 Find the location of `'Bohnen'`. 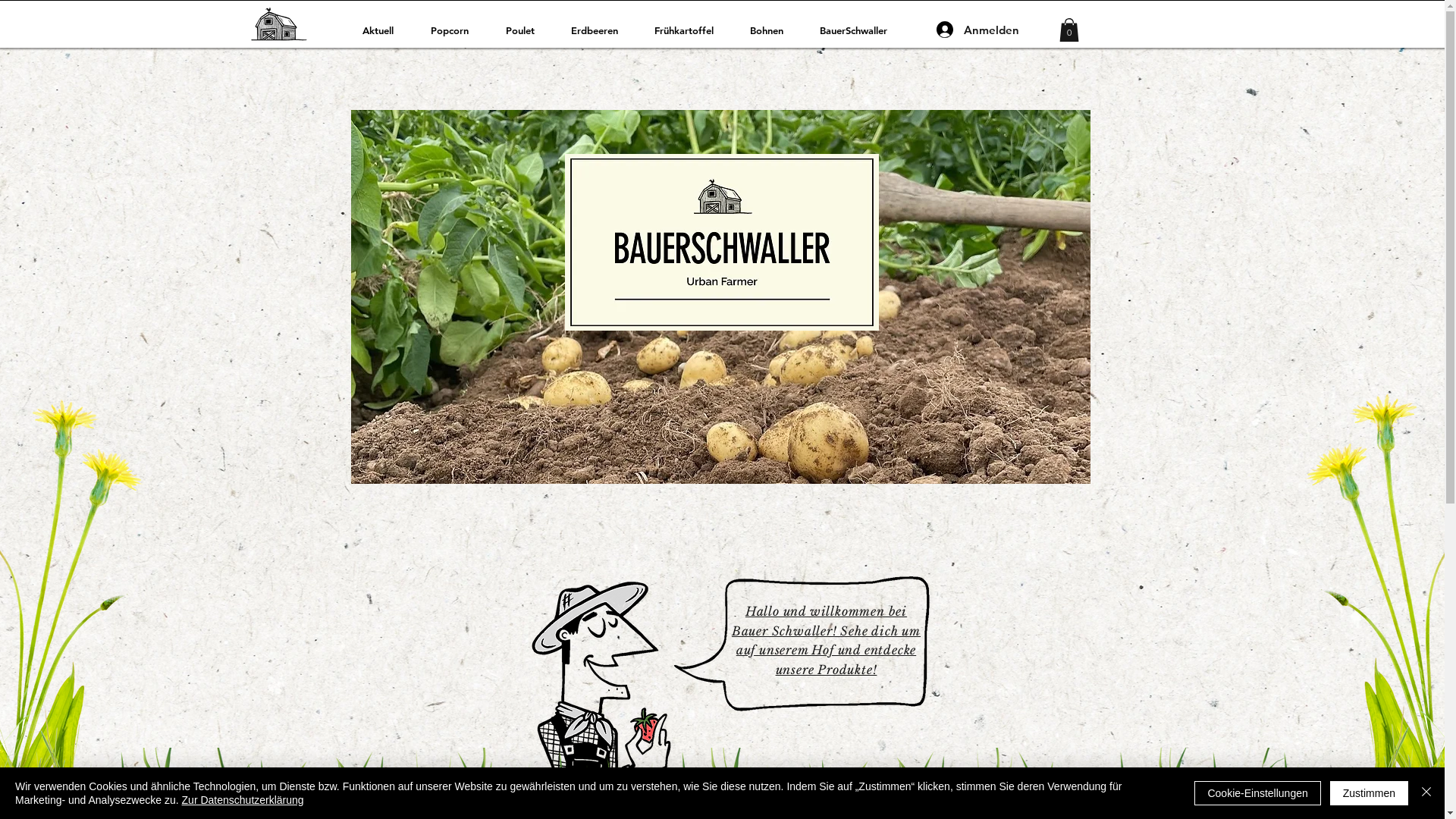

'Bohnen' is located at coordinates (773, 30).